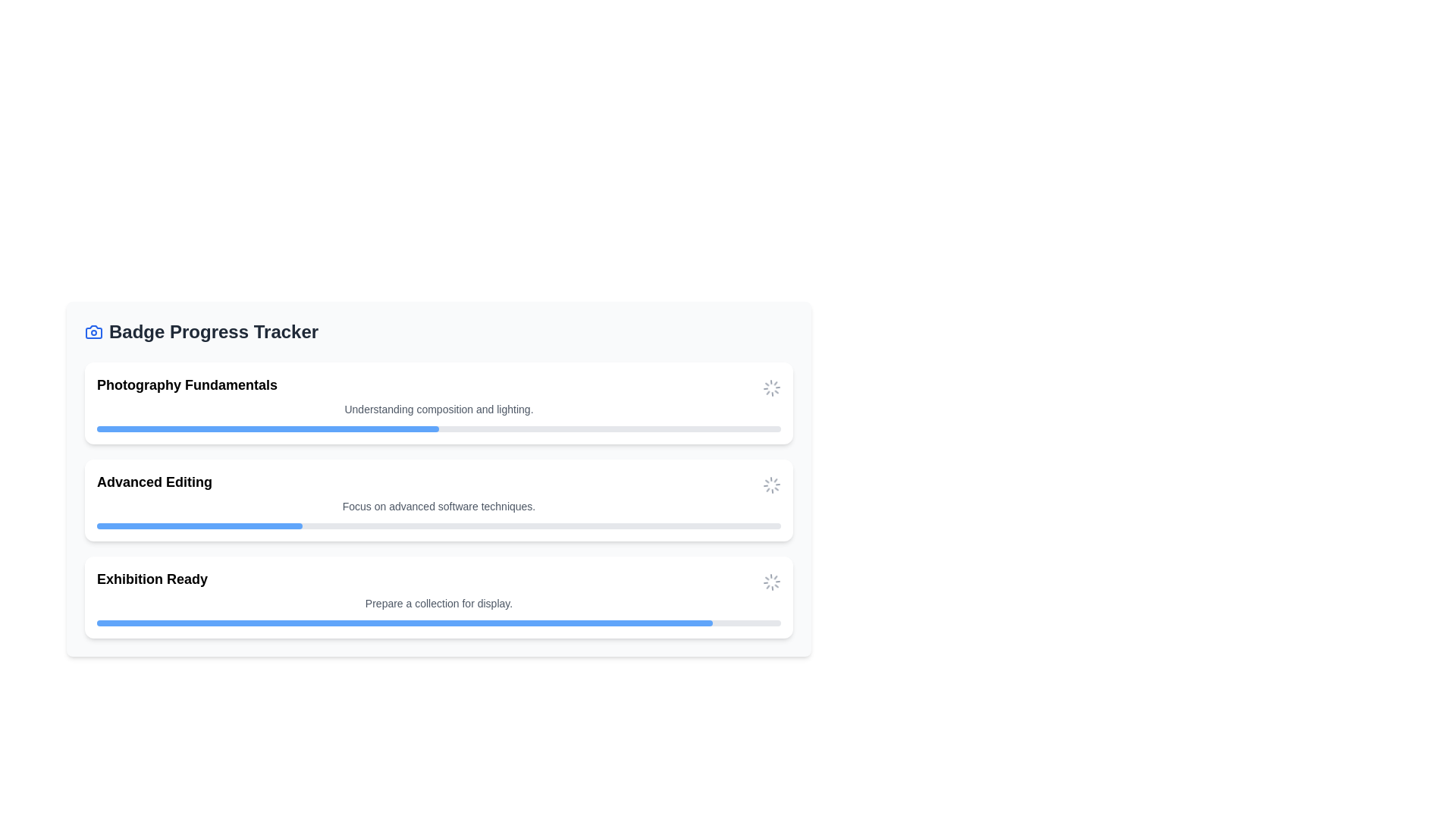  What do you see at coordinates (771, 386) in the screenshot?
I see `the spinning wheel loader indicator located at the upper-right corner of the 'Photography Fundamentals' item block` at bounding box center [771, 386].